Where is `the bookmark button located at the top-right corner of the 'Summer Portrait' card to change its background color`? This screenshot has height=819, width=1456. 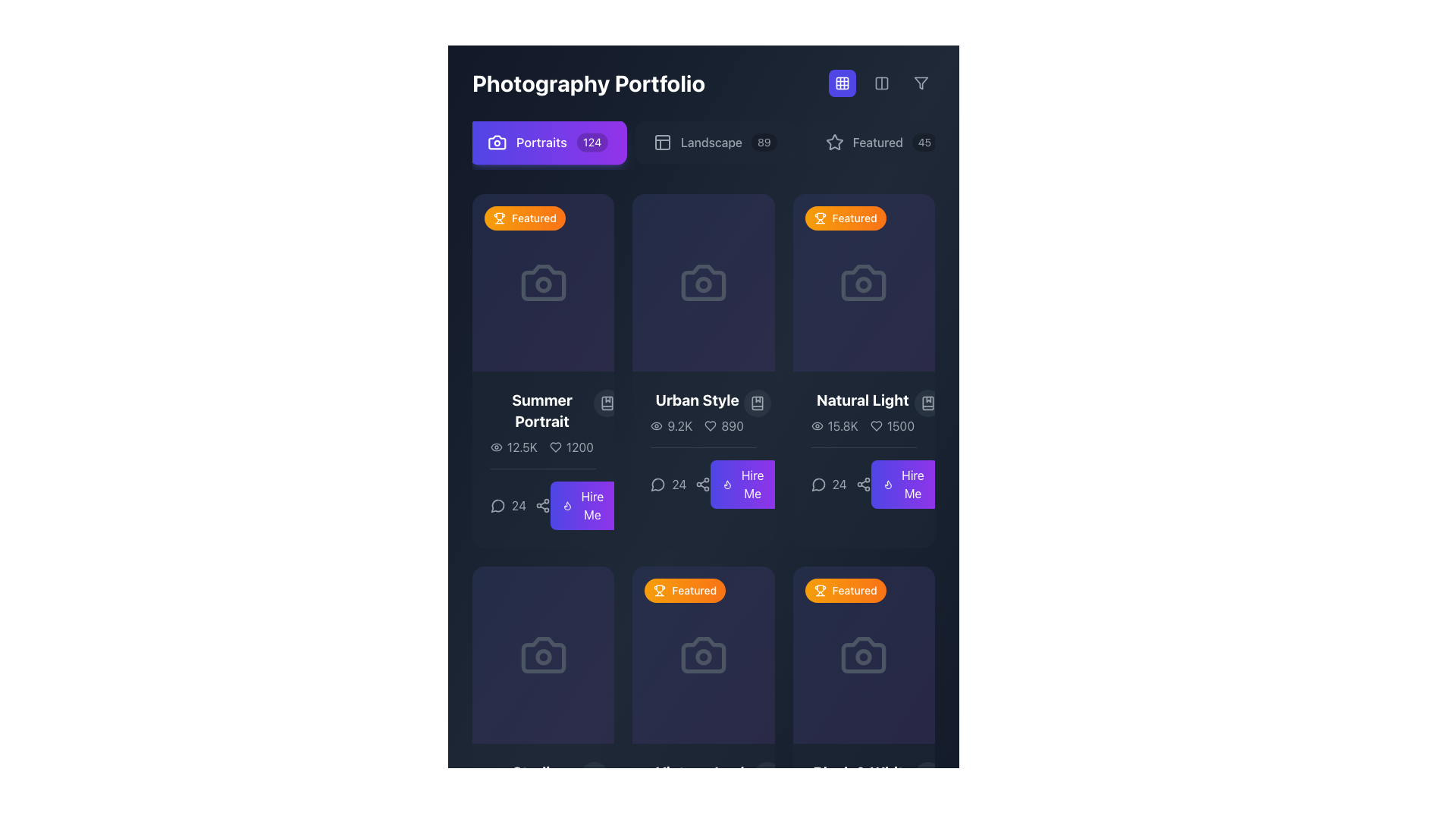 the bookmark button located at the top-right corner of the 'Summer Portrait' card to change its background color is located at coordinates (607, 403).